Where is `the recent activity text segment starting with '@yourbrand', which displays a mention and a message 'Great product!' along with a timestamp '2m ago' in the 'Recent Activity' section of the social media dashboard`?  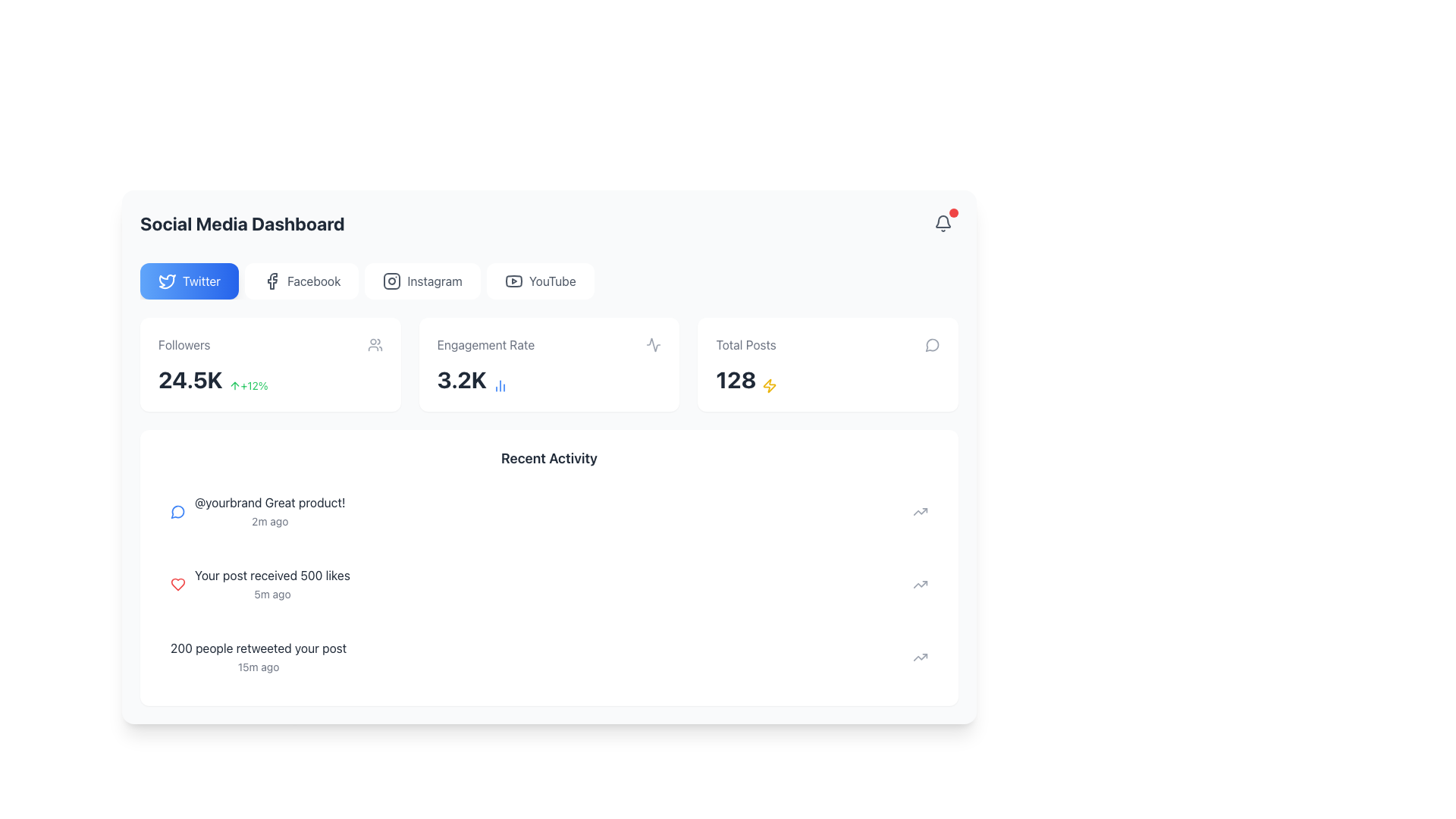
the recent activity text segment starting with '@yourbrand', which displays a mention and a message 'Great product!' along with a timestamp '2m ago' in the 'Recent Activity' section of the social media dashboard is located at coordinates (258, 512).